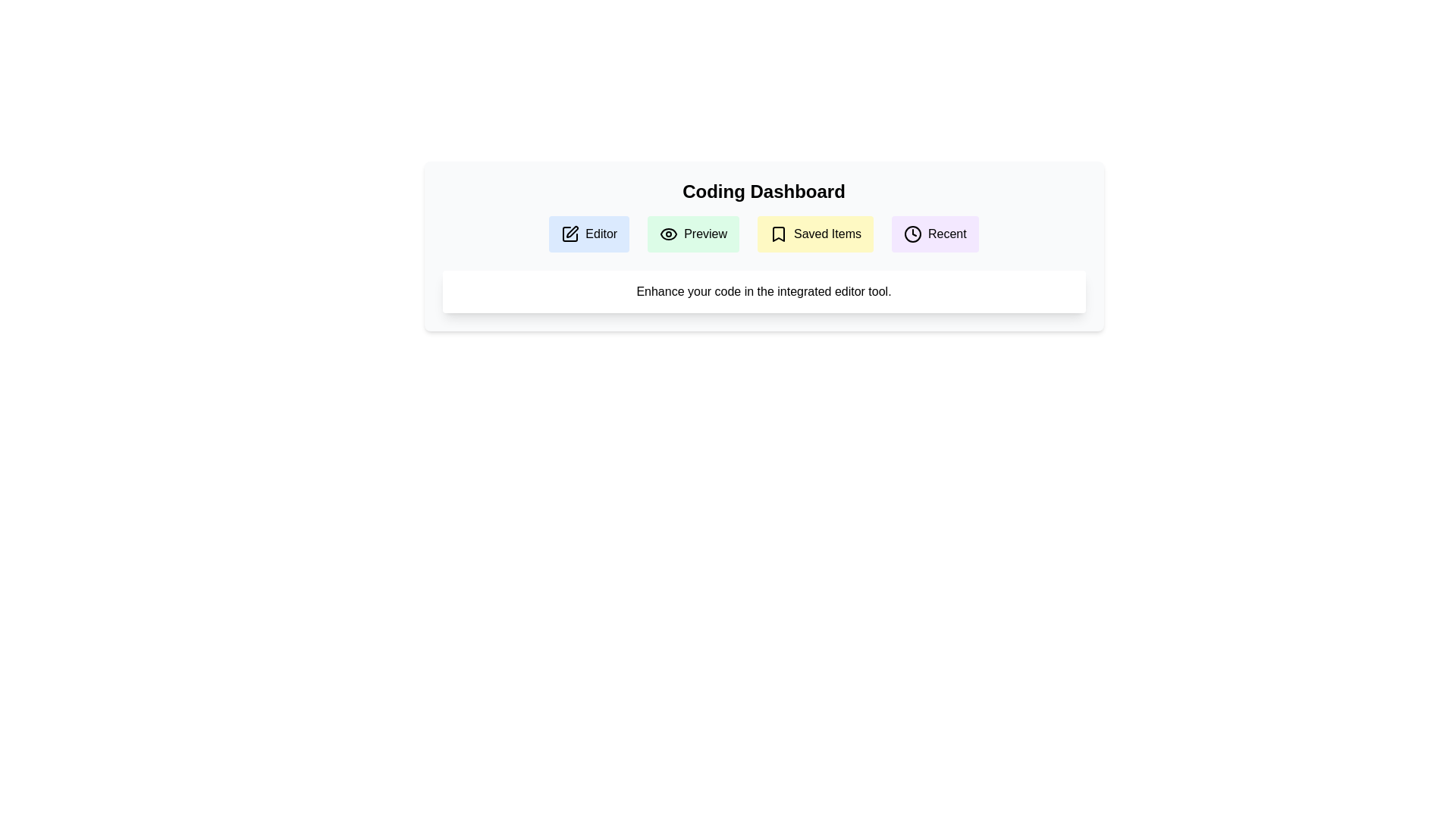 The height and width of the screenshot is (819, 1456). What do you see at coordinates (764, 191) in the screenshot?
I see `title text label that says 'Coding Dashboard', which is large, bold, and centered at the top of the section` at bounding box center [764, 191].